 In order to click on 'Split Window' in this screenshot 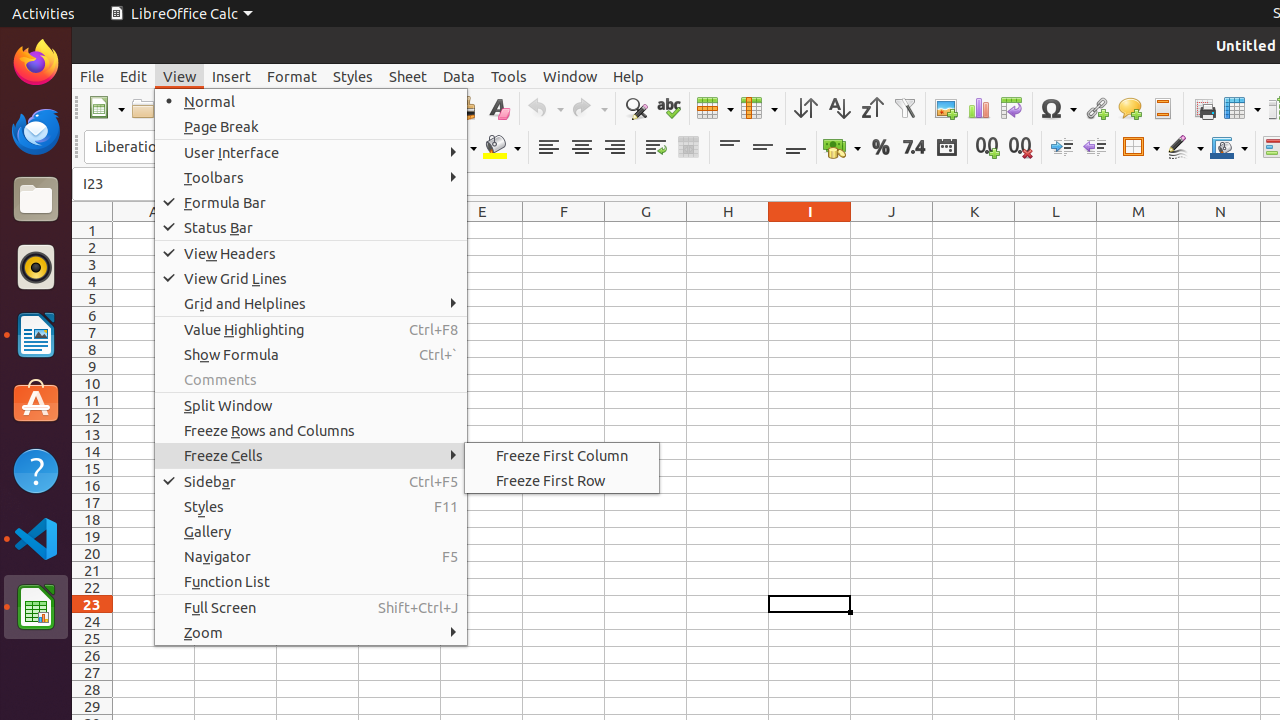, I will do `click(310, 405)`.